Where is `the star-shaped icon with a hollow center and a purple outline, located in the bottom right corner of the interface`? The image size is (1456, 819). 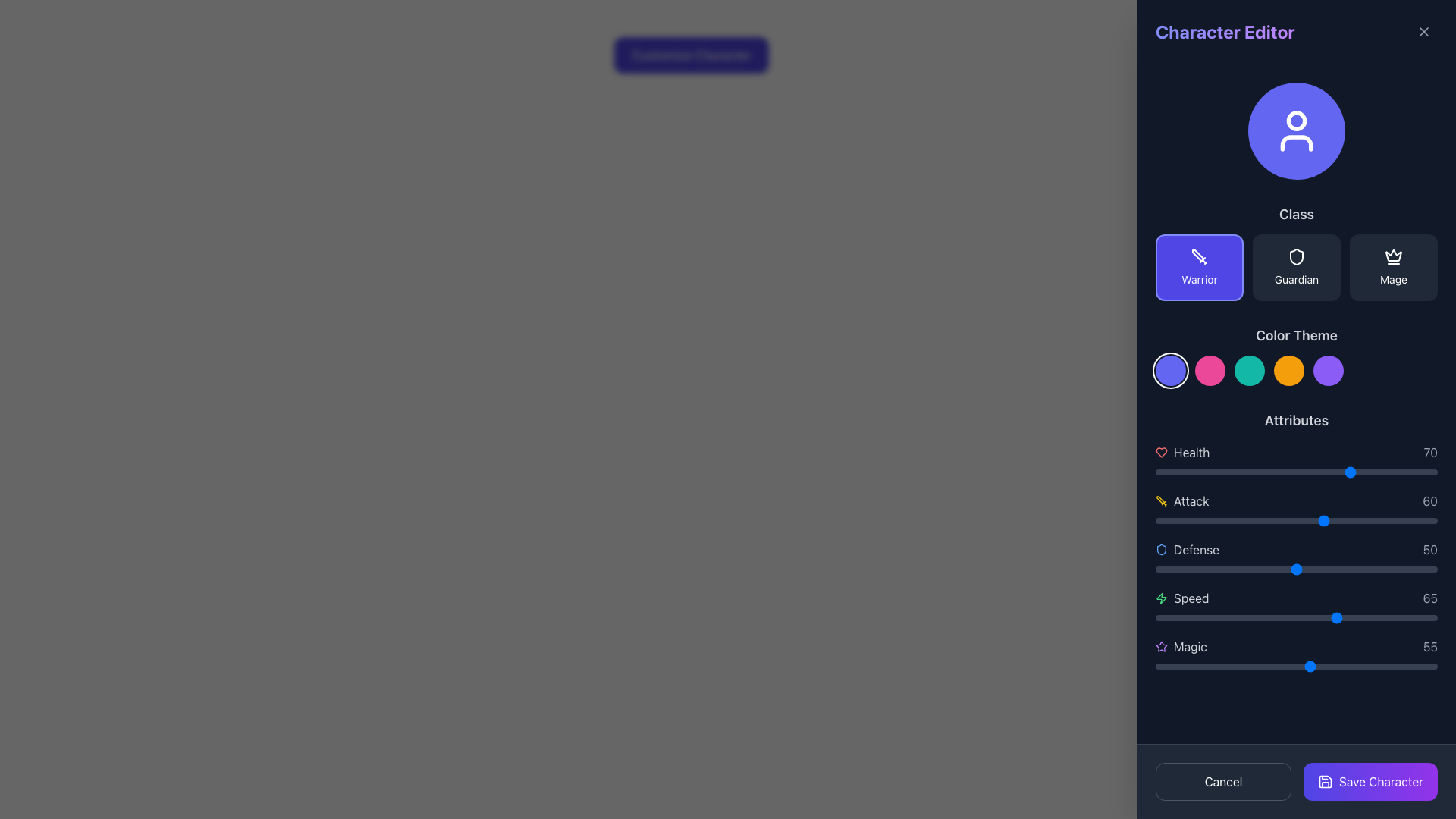
the star-shaped icon with a hollow center and a purple outline, located in the bottom right corner of the interface is located at coordinates (1160, 646).